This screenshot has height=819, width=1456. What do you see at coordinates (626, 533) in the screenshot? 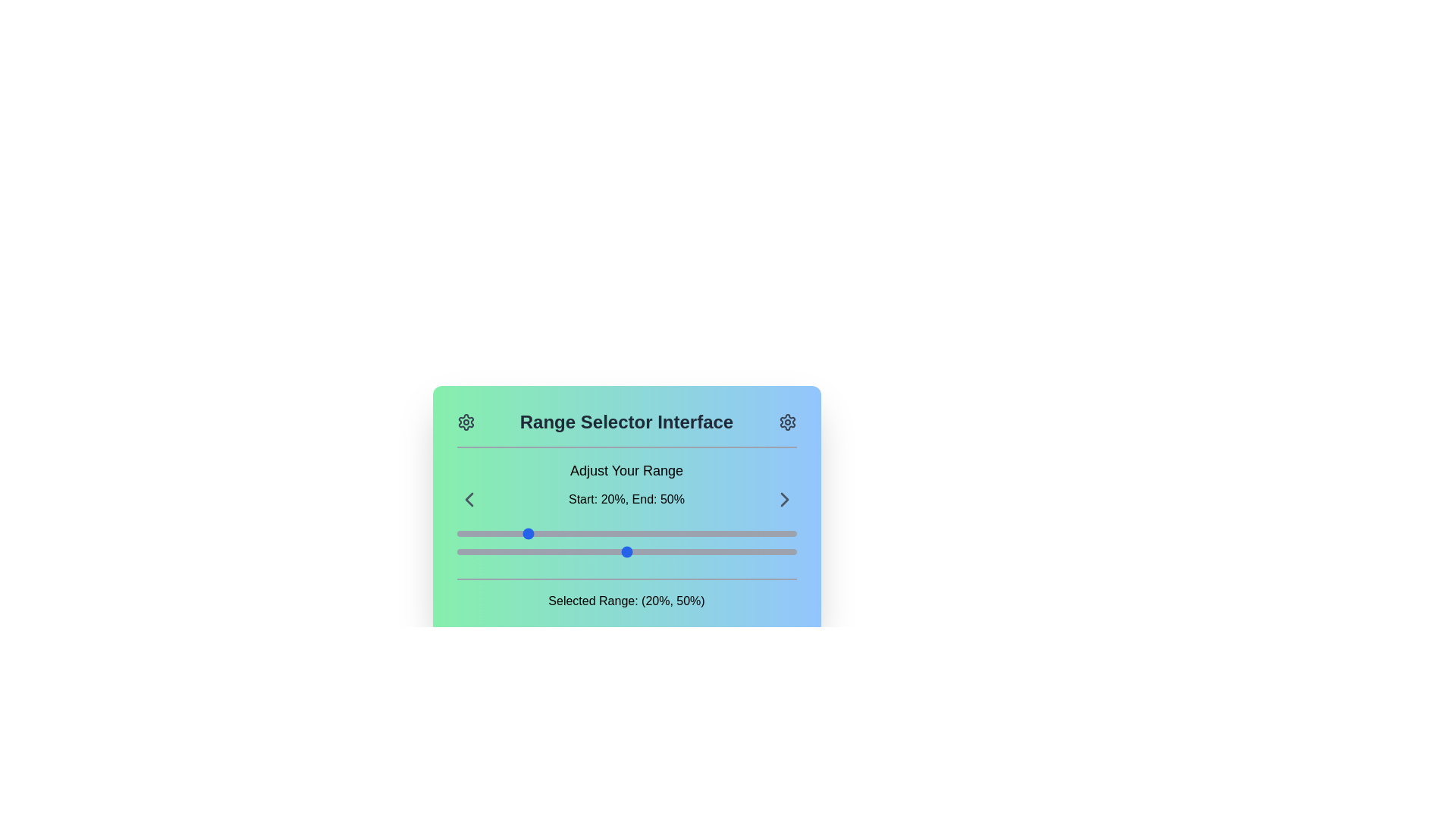
I see `the blue-colored draggable knob of the first horizontal slider located below the text 'Start: 20%, End: 50%' to change the slider value` at bounding box center [626, 533].